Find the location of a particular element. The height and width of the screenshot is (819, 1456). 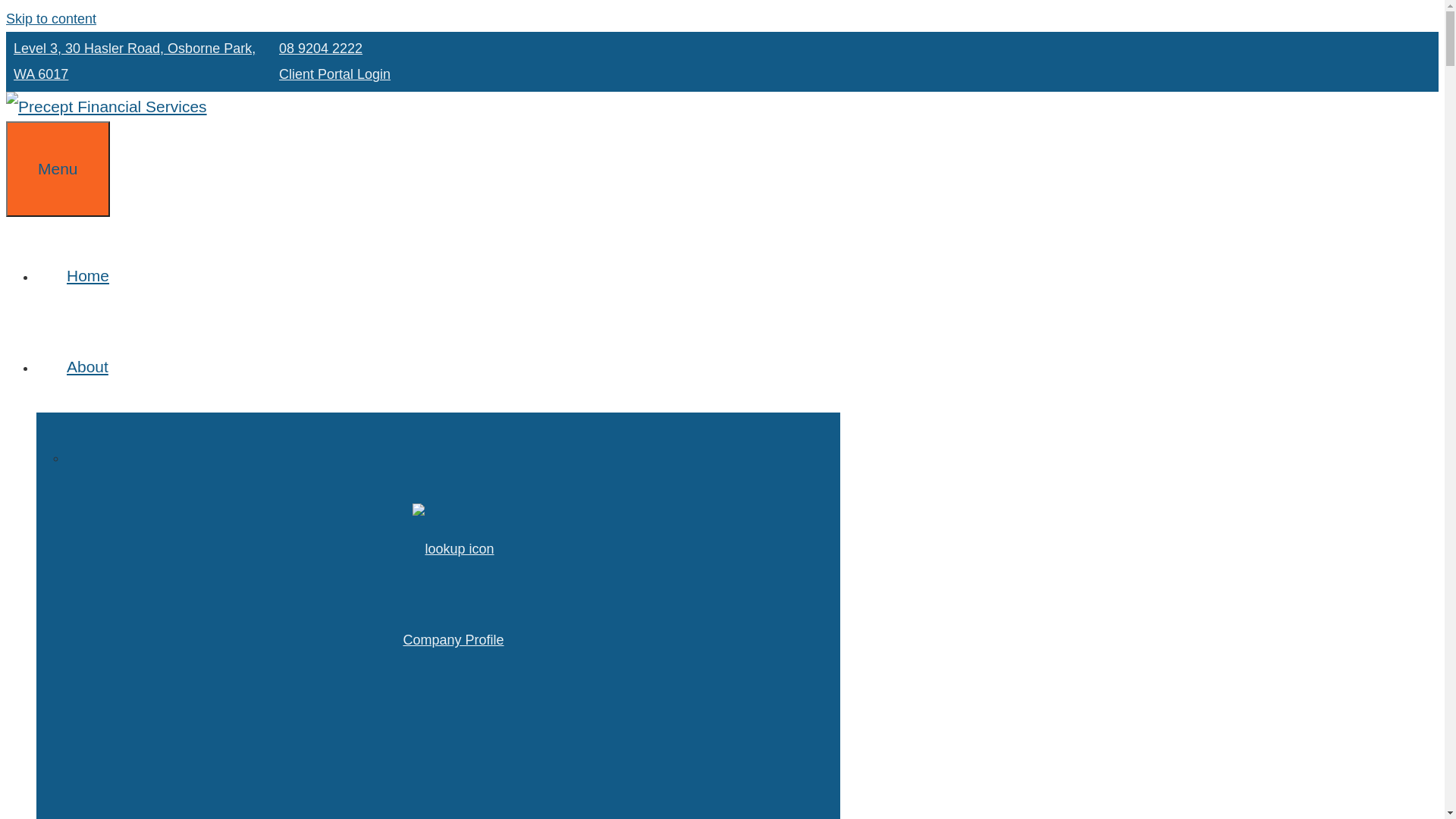

'Client Portal Login' is located at coordinates (334, 74).